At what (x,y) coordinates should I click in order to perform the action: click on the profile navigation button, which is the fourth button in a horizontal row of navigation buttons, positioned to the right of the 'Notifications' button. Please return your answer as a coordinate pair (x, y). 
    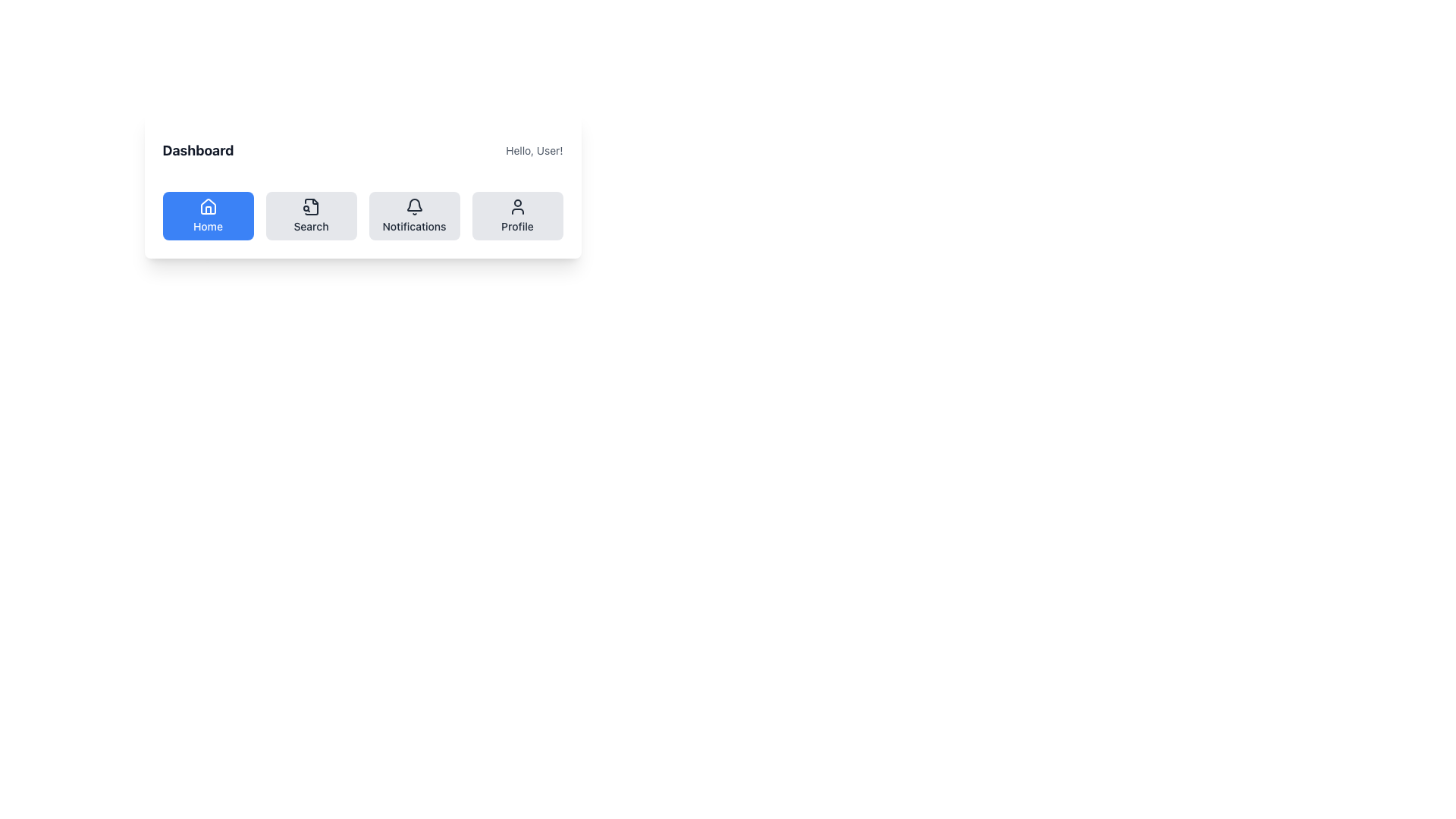
    Looking at the image, I should click on (517, 216).